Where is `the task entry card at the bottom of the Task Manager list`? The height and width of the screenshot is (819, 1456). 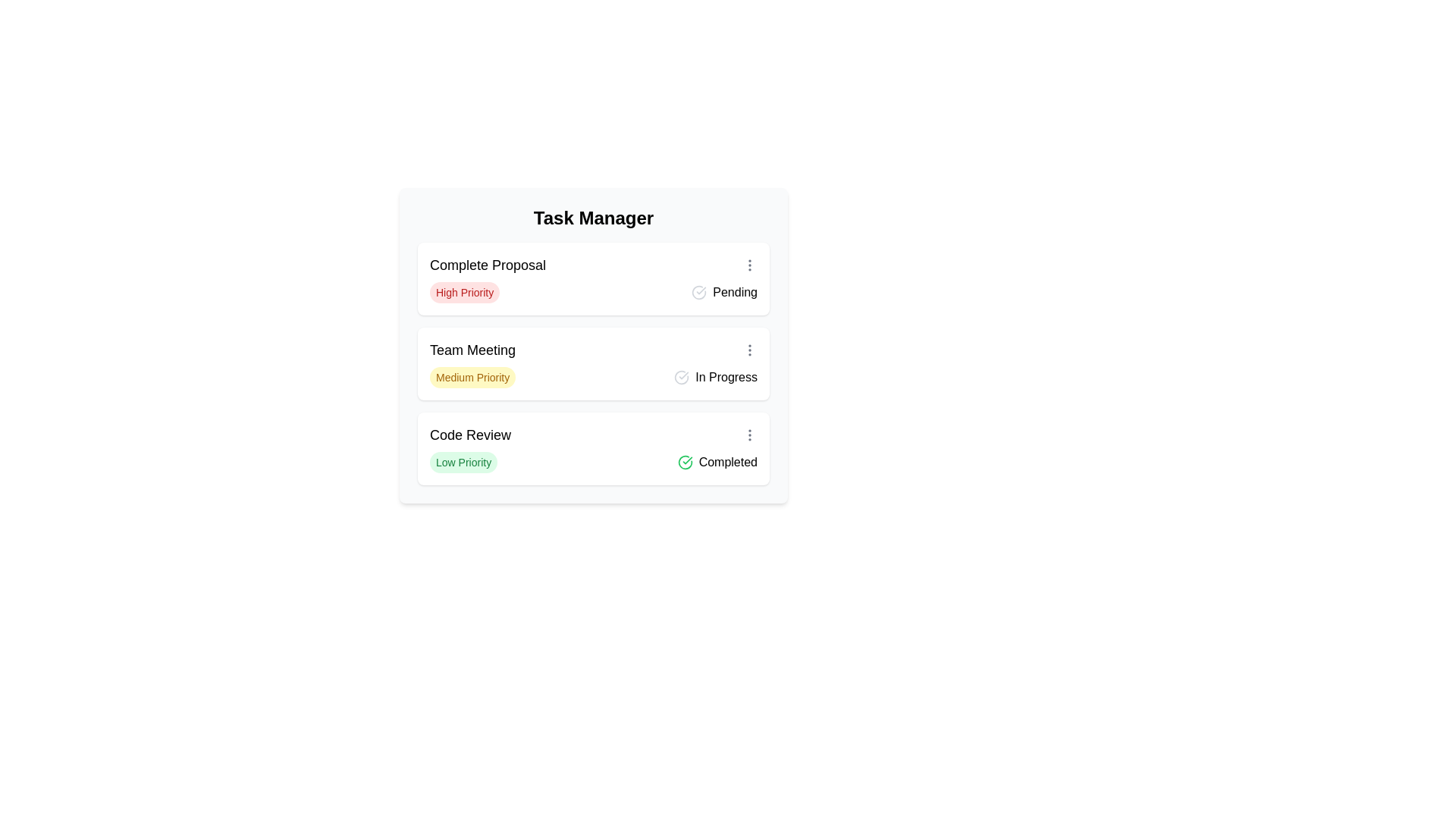
the task entry card at the bottom of the Task Manager list is located at coordinates (592, 447).